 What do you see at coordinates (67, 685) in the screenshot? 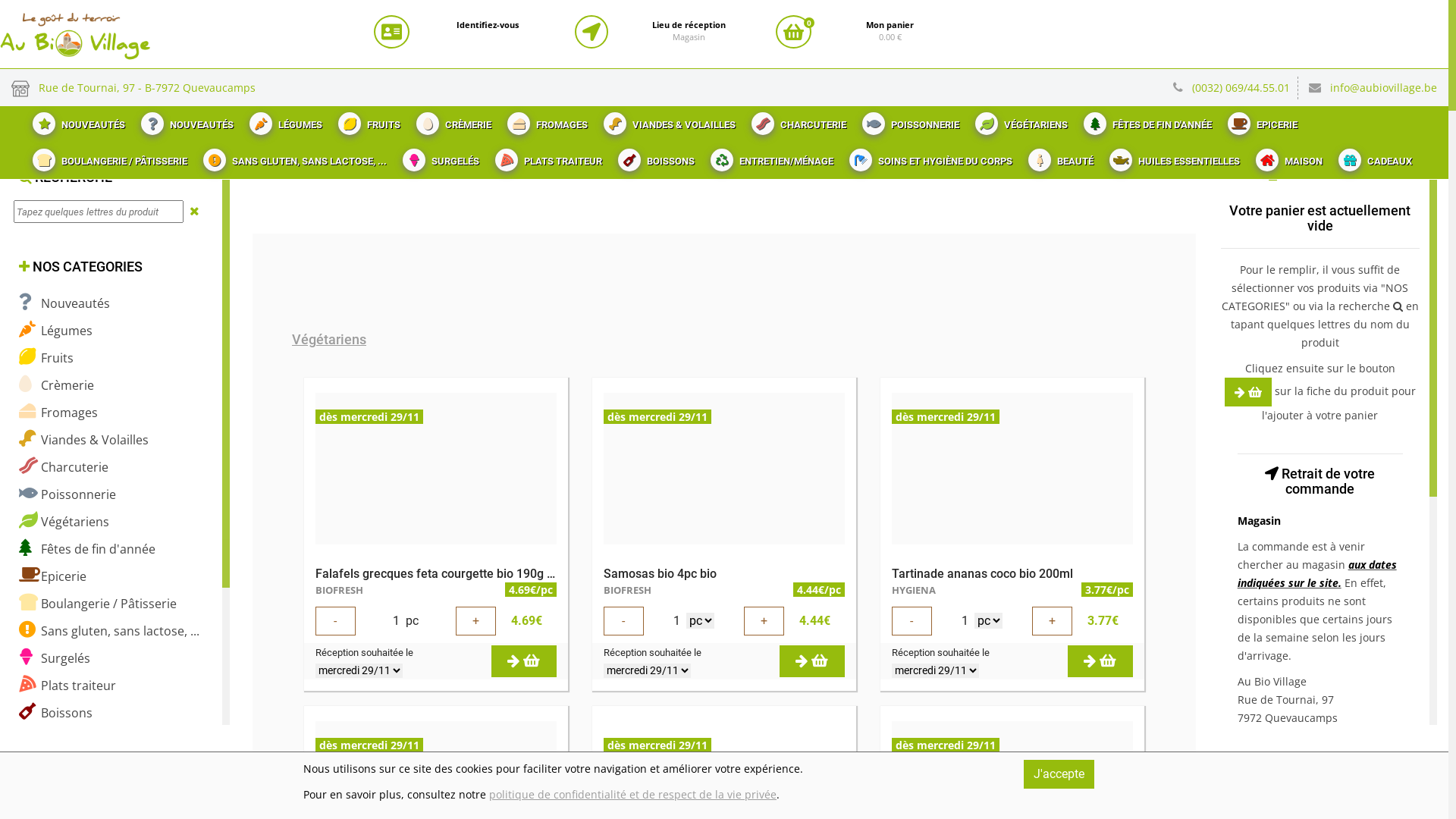
I see `'Plats traiteur'` at bounding box center [67, 685].